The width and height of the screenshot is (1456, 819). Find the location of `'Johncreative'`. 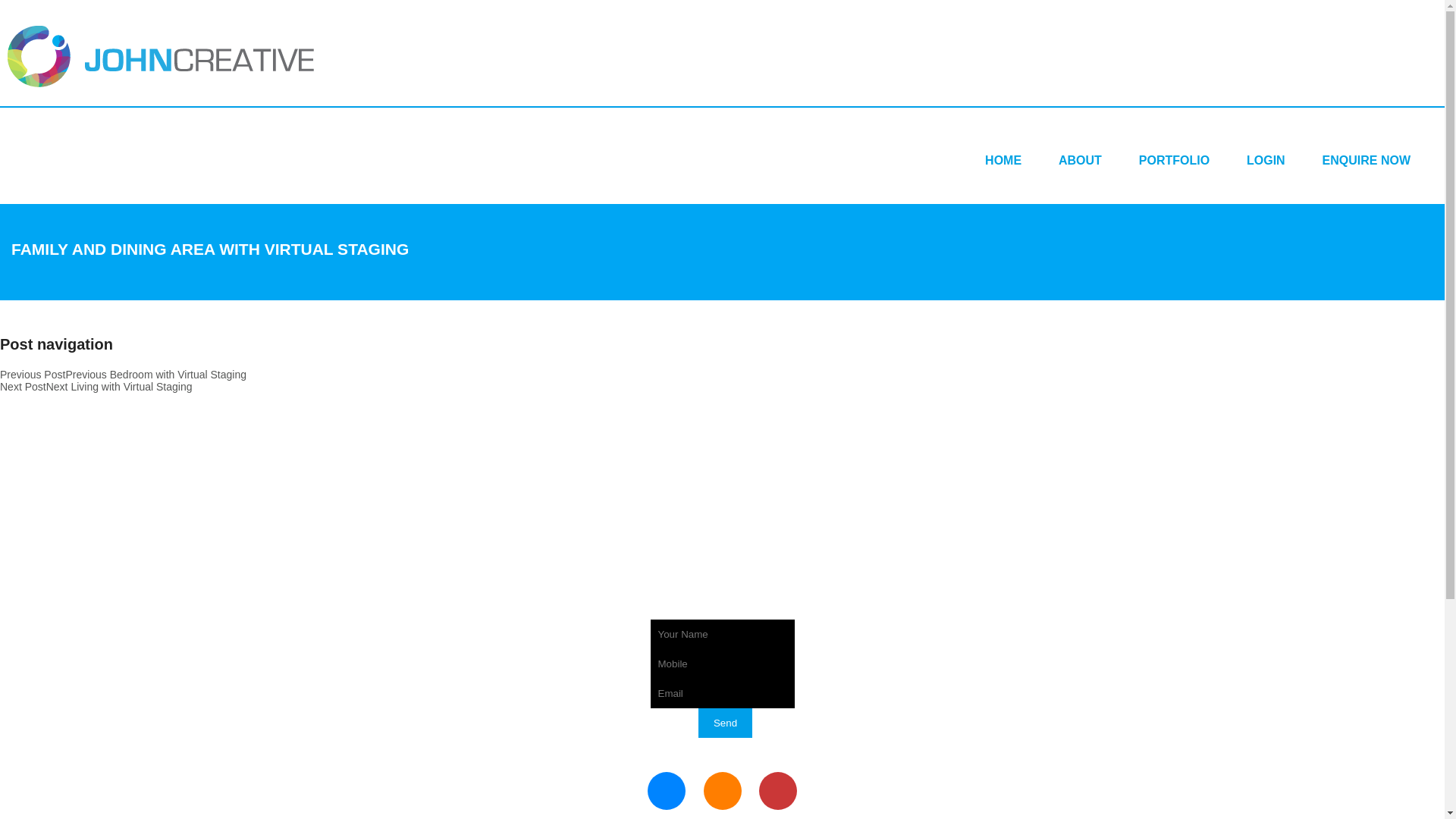

'Johncreative' is located at coordinates (160, 55).